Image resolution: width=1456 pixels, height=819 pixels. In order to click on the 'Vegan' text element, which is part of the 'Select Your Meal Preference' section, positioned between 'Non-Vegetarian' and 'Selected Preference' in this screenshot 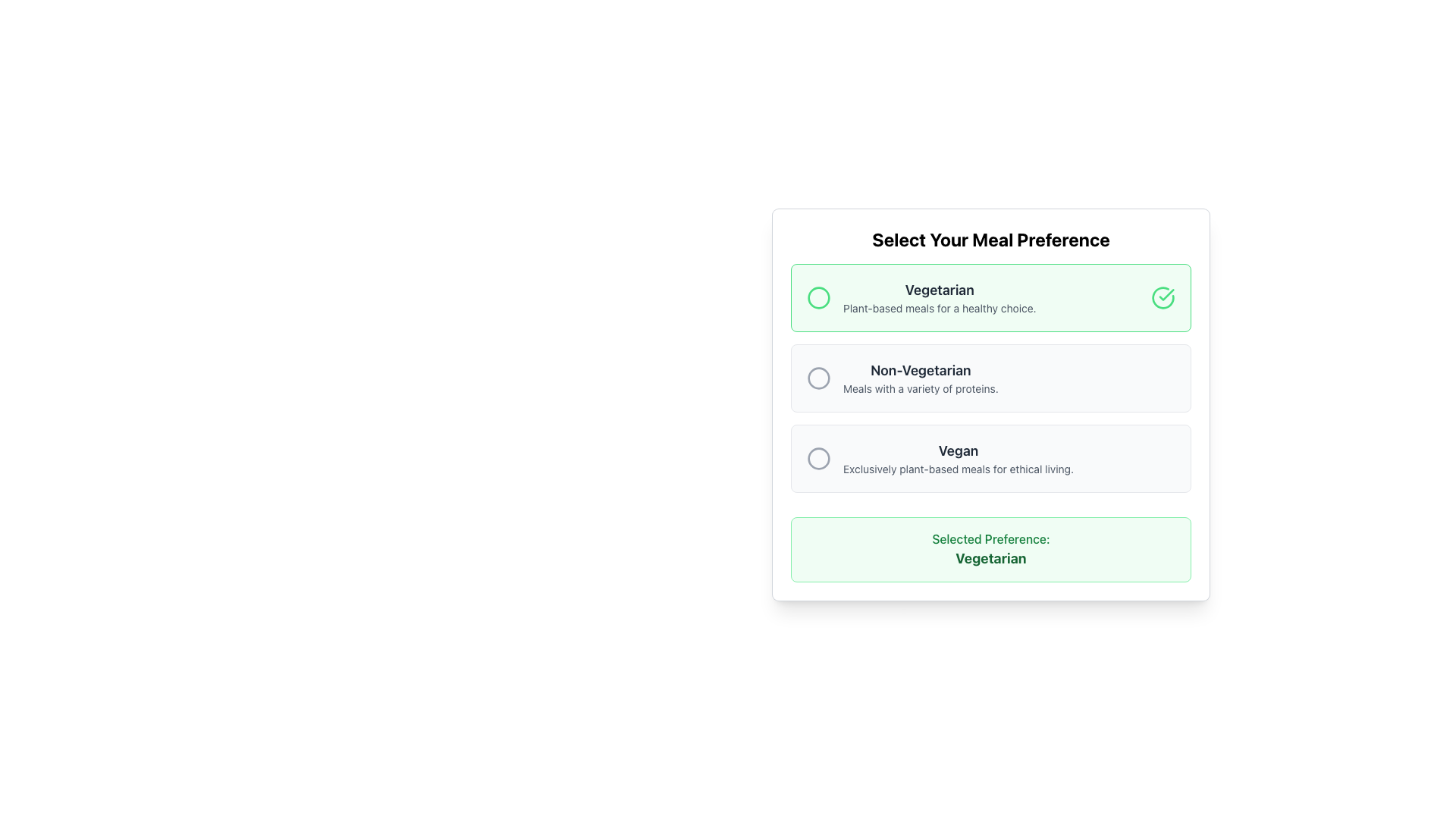, I will do `click(957, 458)`.